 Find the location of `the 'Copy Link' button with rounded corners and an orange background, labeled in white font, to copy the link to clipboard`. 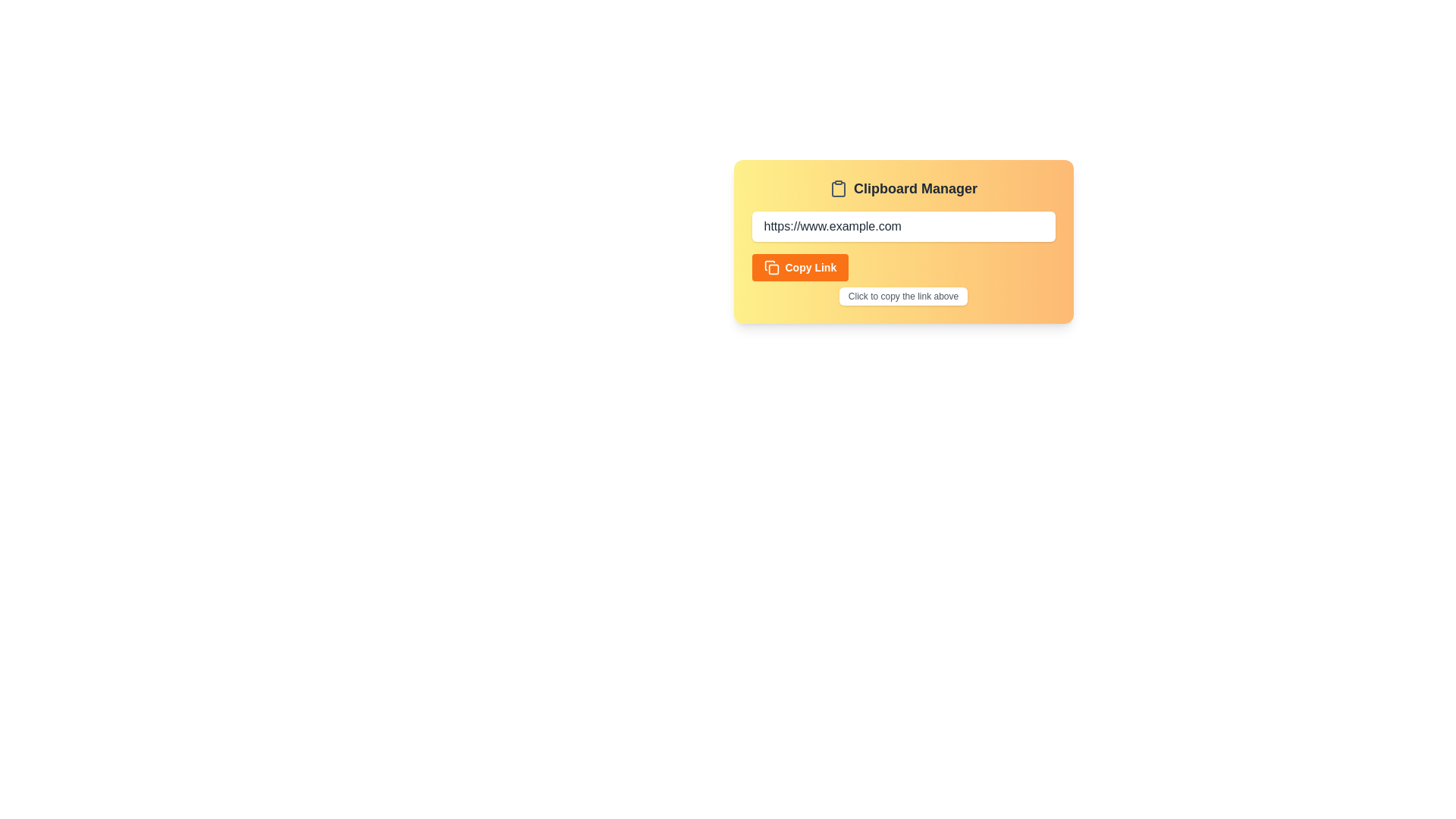

the 'Copy Link' button with rounded corners and an orange background, labeled in white font, to copy the link to clipboard is located at coordinates (799, 267).